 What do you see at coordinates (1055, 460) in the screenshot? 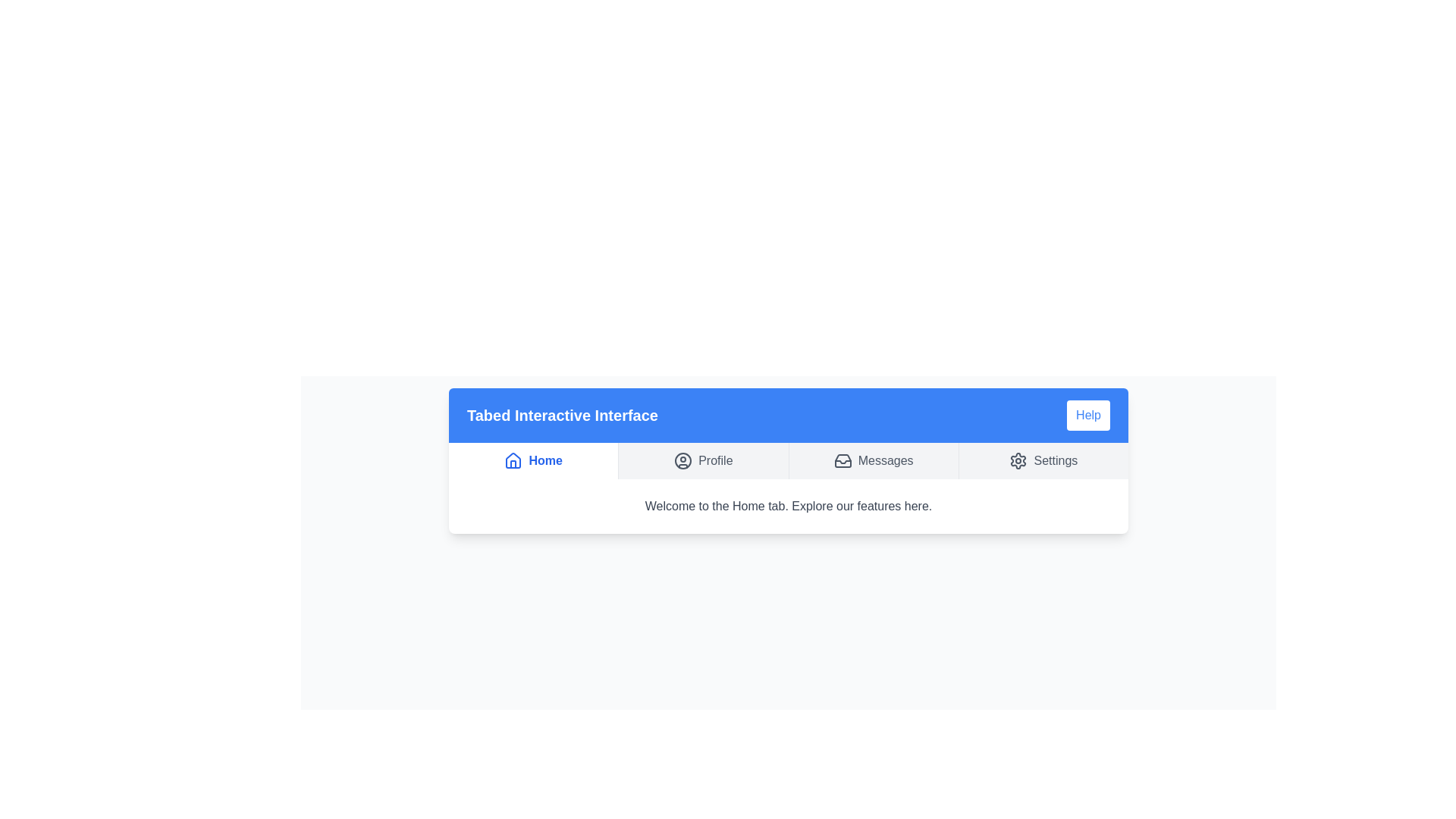
I see `the text label located at the far right of the horizontal navigation toolbar, which provides context for the adjacent settings gear icon` at bounding box center [1055, 460].